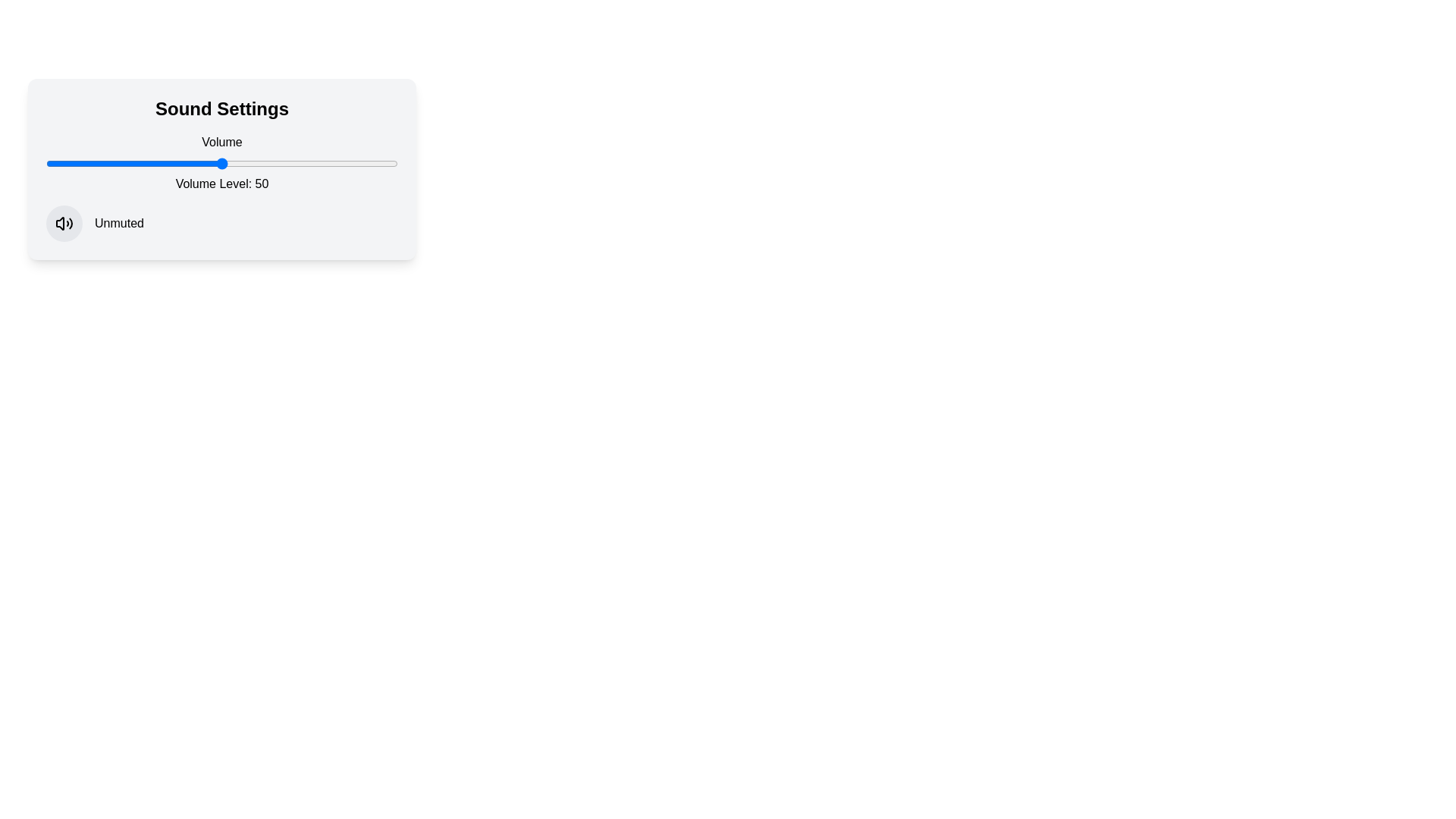  I want to click on the volume, so click(292, 164).